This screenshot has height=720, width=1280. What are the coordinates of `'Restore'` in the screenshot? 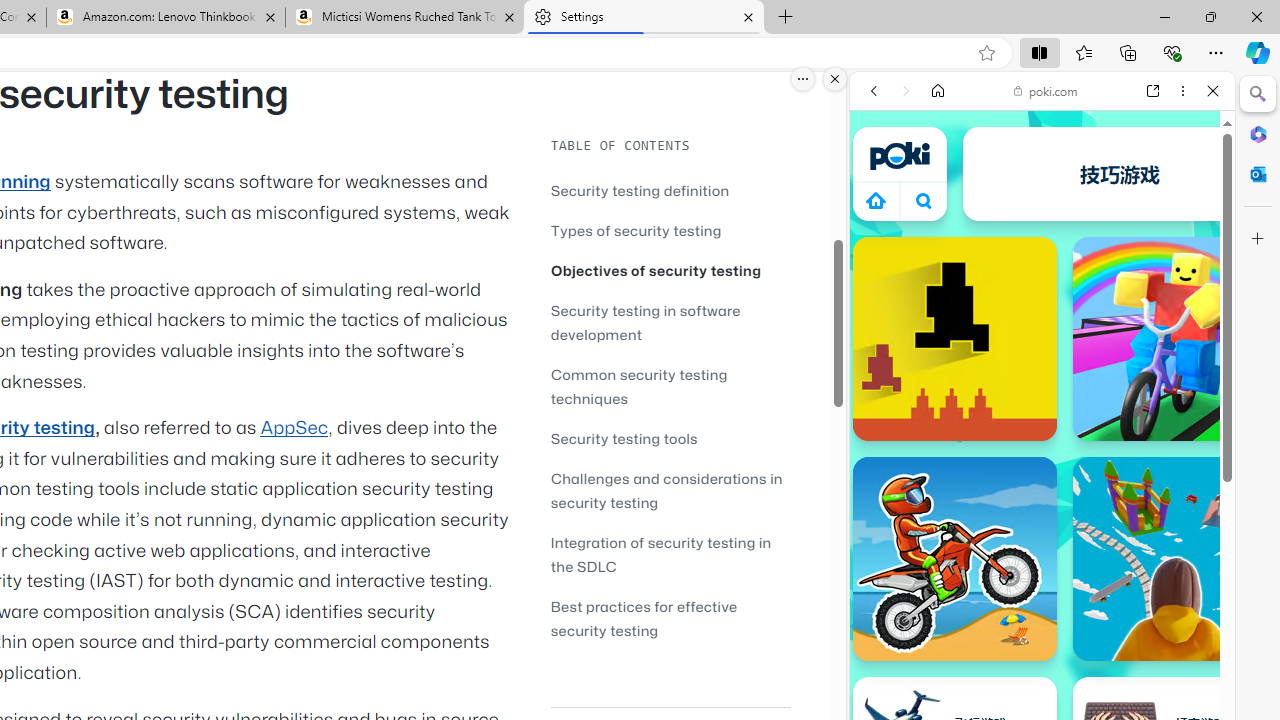 It's located at (1209, 16).